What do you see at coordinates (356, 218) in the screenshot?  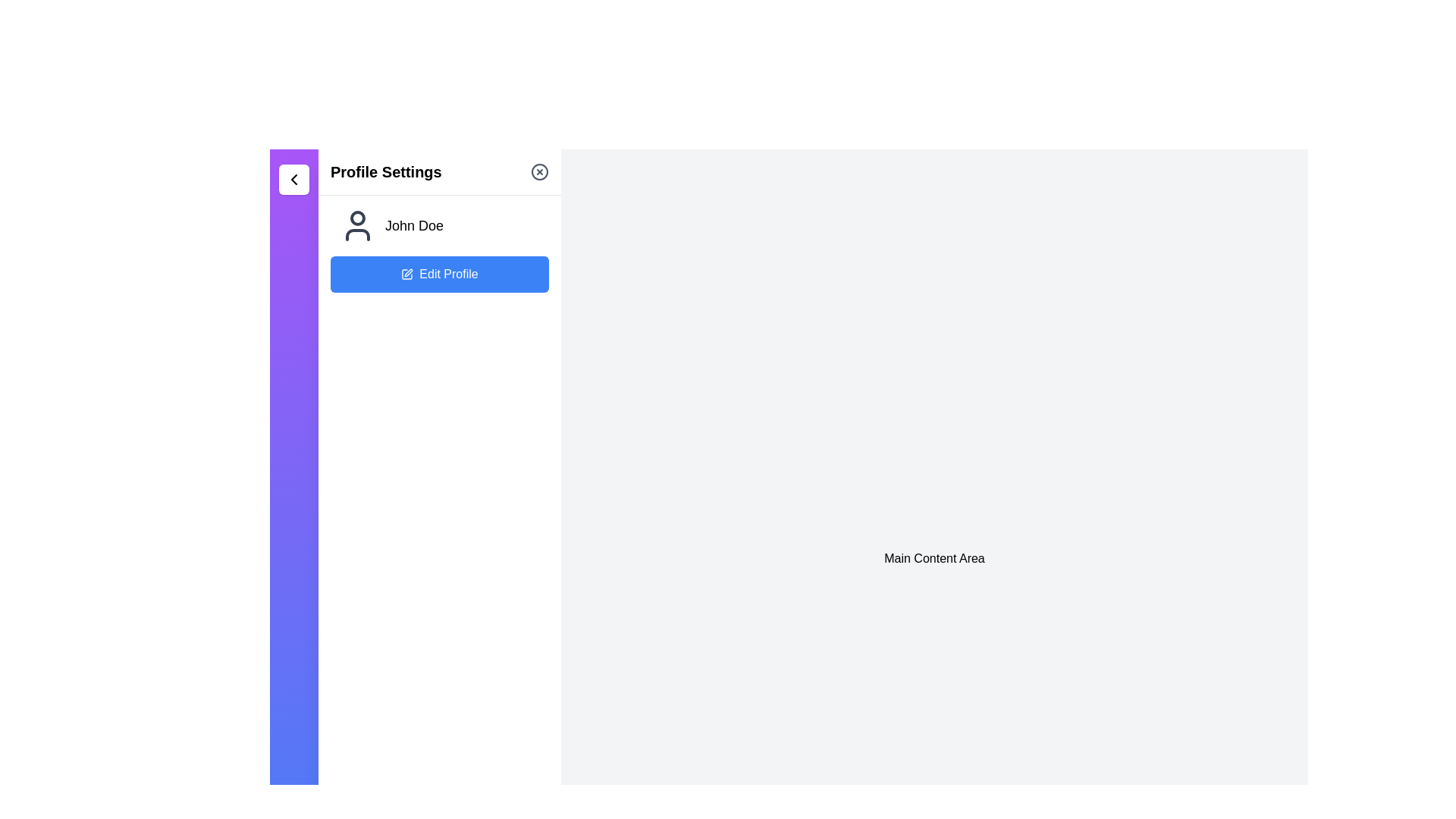 I see `the SVG circle component that is part of the user icon in the profile settings panel, which is positioned above the label 'John Doe.'` at bounding box center [356, 218].